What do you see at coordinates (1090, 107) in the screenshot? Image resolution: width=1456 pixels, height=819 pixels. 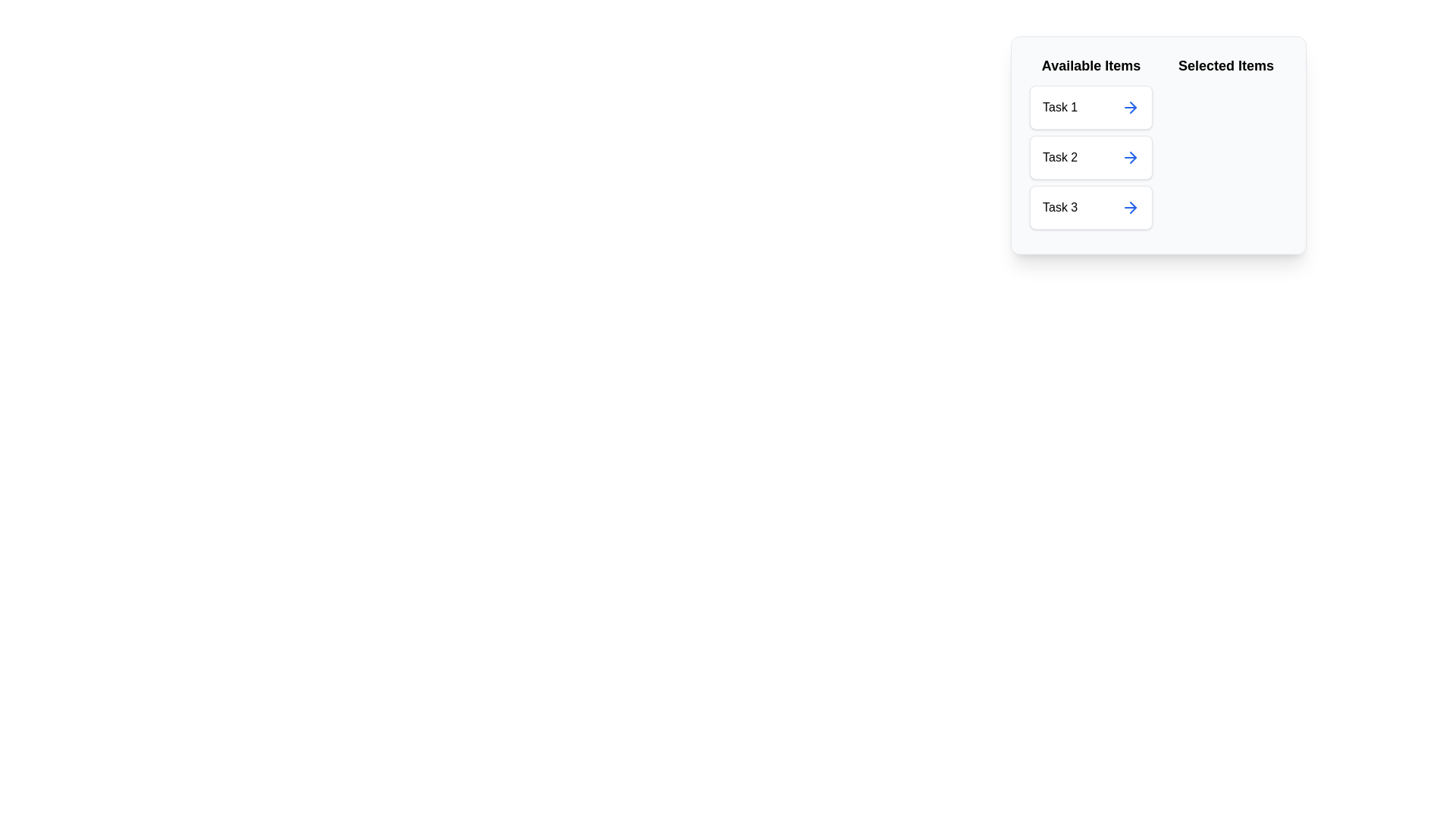 I see `the 'Task 1' button, which is the first item in the vertical list of task entries under the 'Available Items' section` at bounding box center [1090, 107].